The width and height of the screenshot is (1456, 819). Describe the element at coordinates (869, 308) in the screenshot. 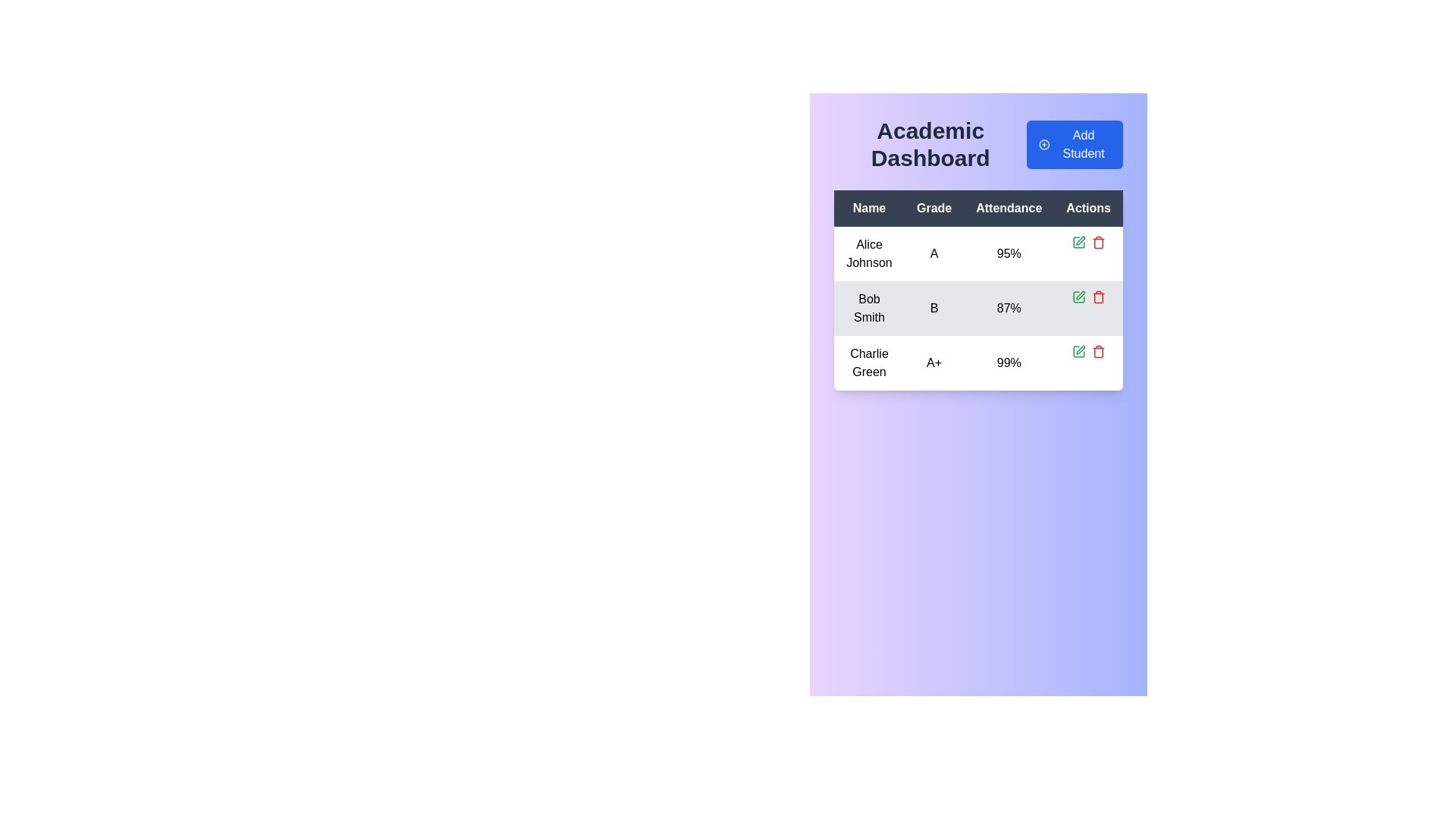

I see `the Text label displaying the name of an individual in the second row under the 'Name' header adjacent to the 'Grade' column` at that location.